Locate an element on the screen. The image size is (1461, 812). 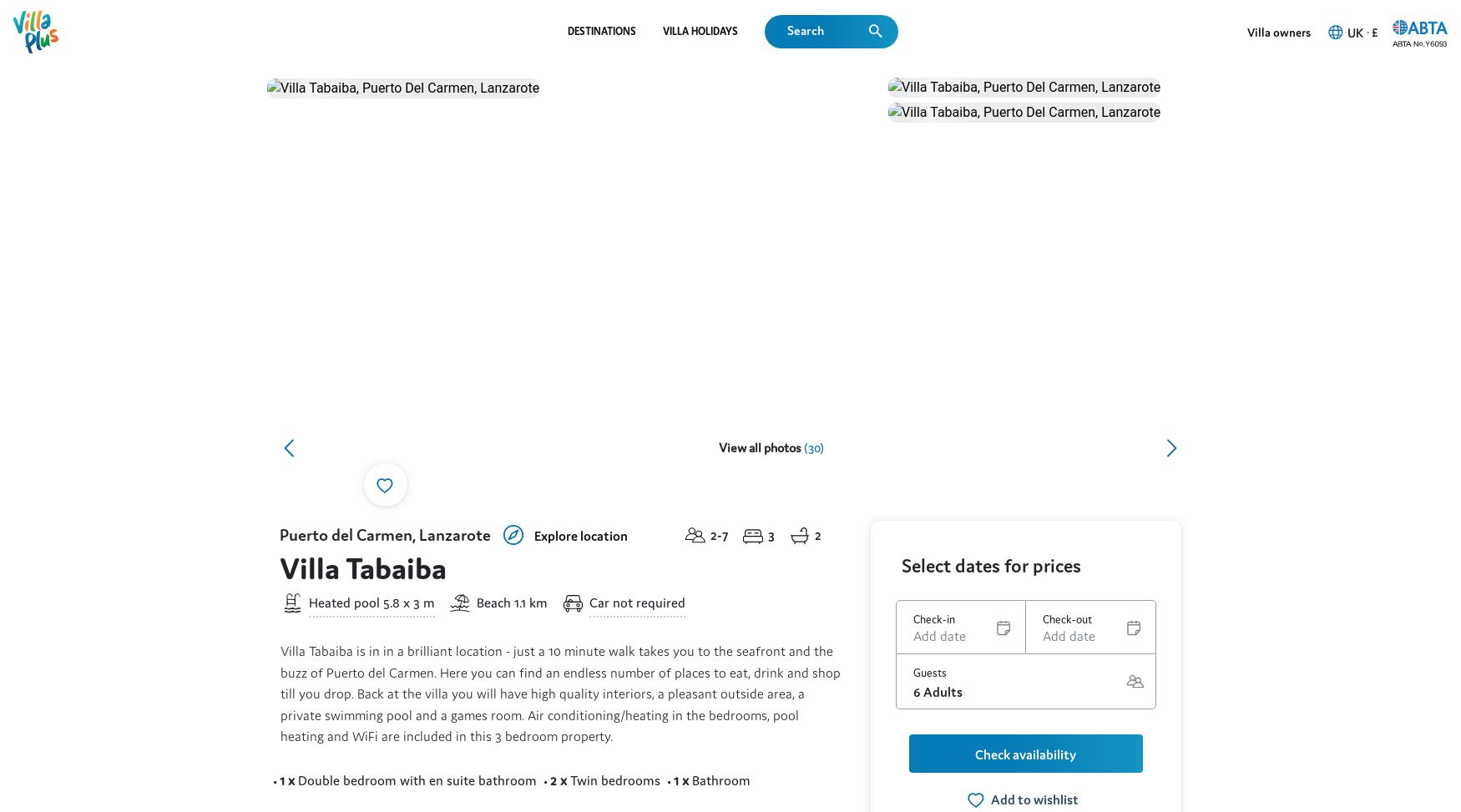
'Private airport transfer | Car hire' is located at coordinates (553, 490).